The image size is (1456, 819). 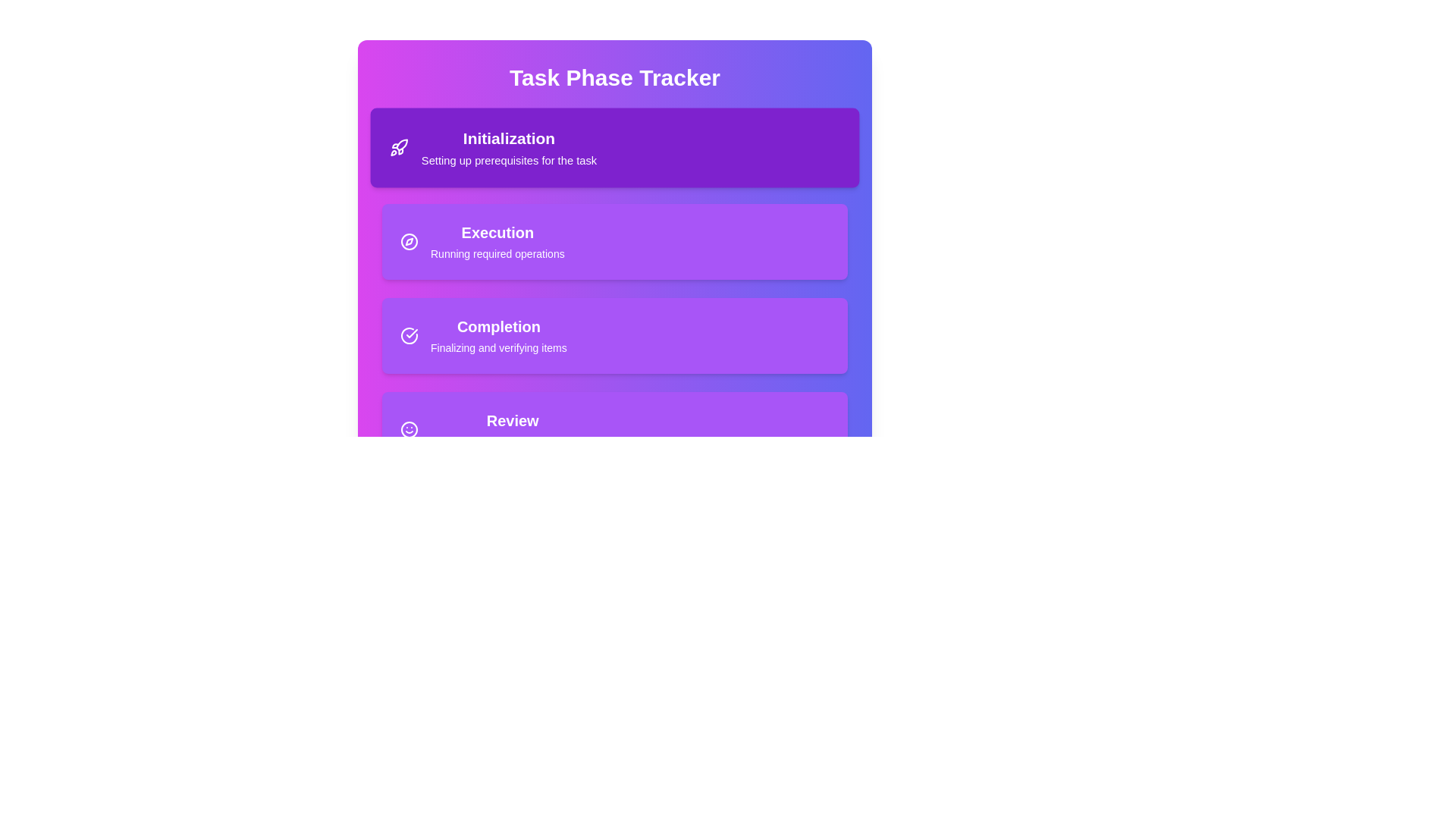 What do you see at coordinates (497, 253) in the screenshot?
I see `the text label reading 'Running required operations' located in the 'Execution' section of the 'Task Phase Tracker' interface, directly below the title 'Execution', within a purple rectangular panel` at bounding box center [497, 253].